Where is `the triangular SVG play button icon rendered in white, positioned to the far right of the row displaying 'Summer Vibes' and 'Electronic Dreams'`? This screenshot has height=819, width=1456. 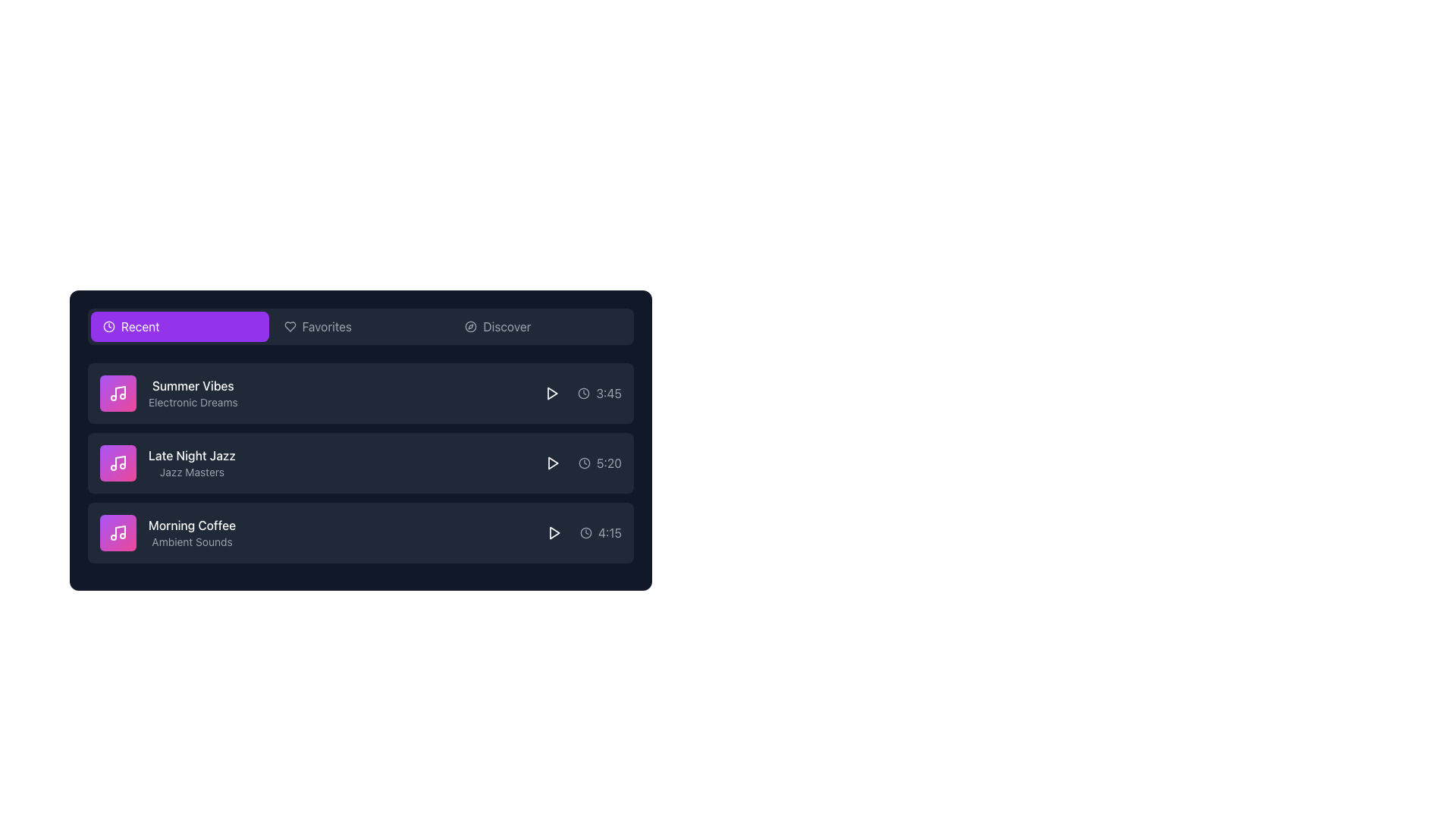
the triangular SVG play button icon rendered in white, positioned to the far right of the row displaying 'Summer Vibes' and 'Electronic Dreams' is located at coordinates (552, 393).